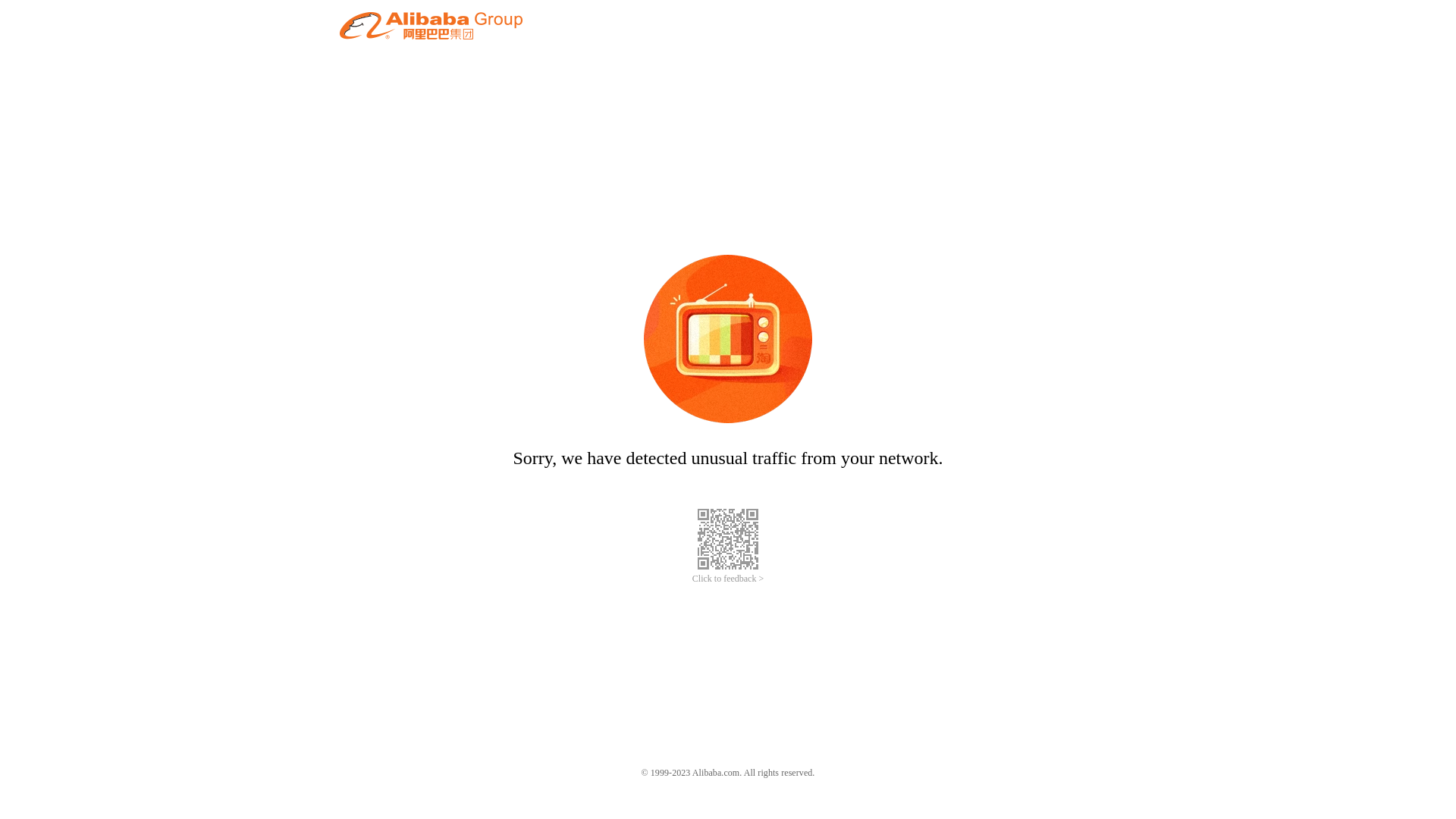 The image size is (1456, 819). Describe the element at coordinates (691, 579) in the screenshot. I see `'Click to feedback >'` at that location.